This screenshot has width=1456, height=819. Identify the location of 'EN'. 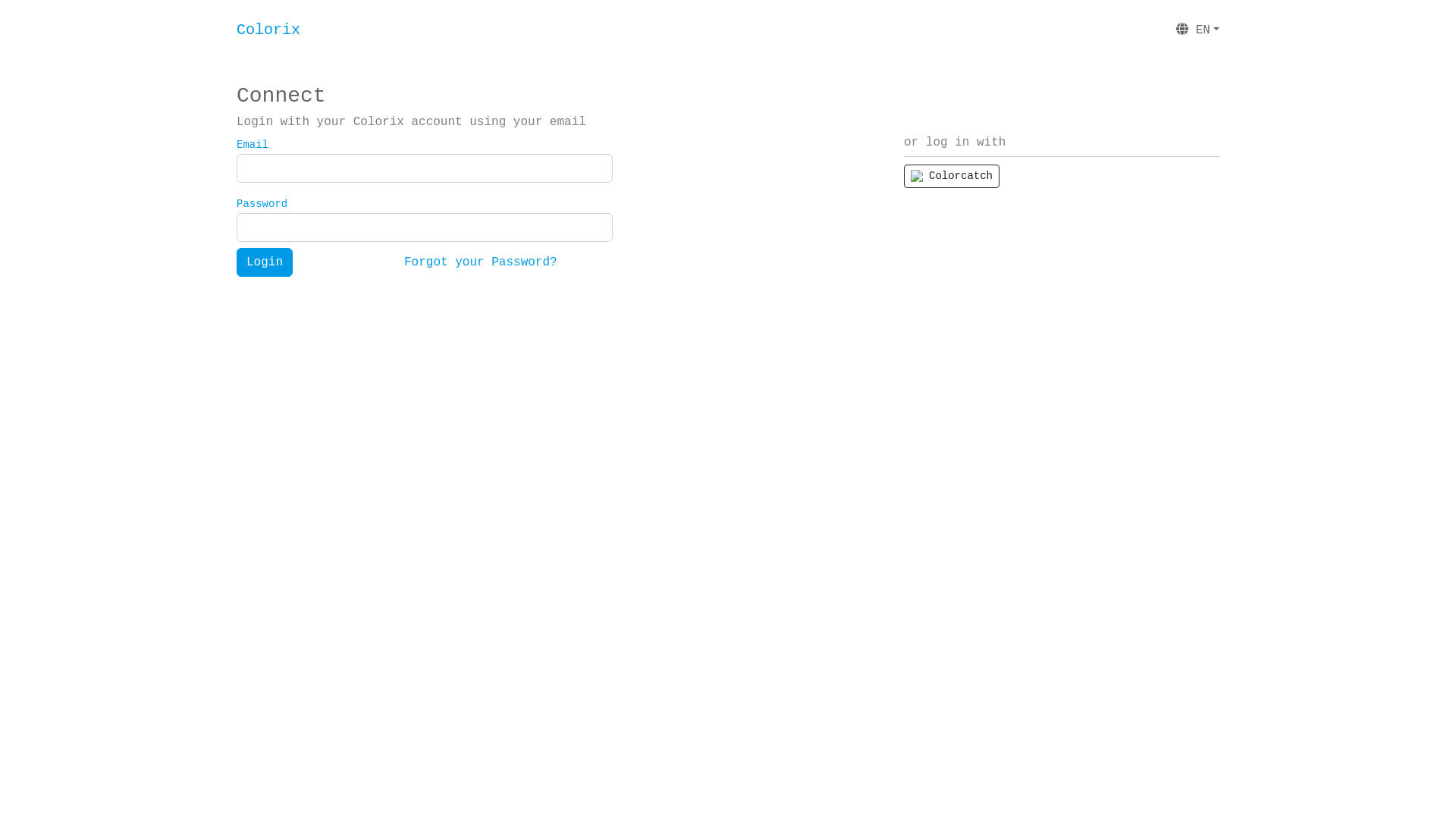
(1197, 30).